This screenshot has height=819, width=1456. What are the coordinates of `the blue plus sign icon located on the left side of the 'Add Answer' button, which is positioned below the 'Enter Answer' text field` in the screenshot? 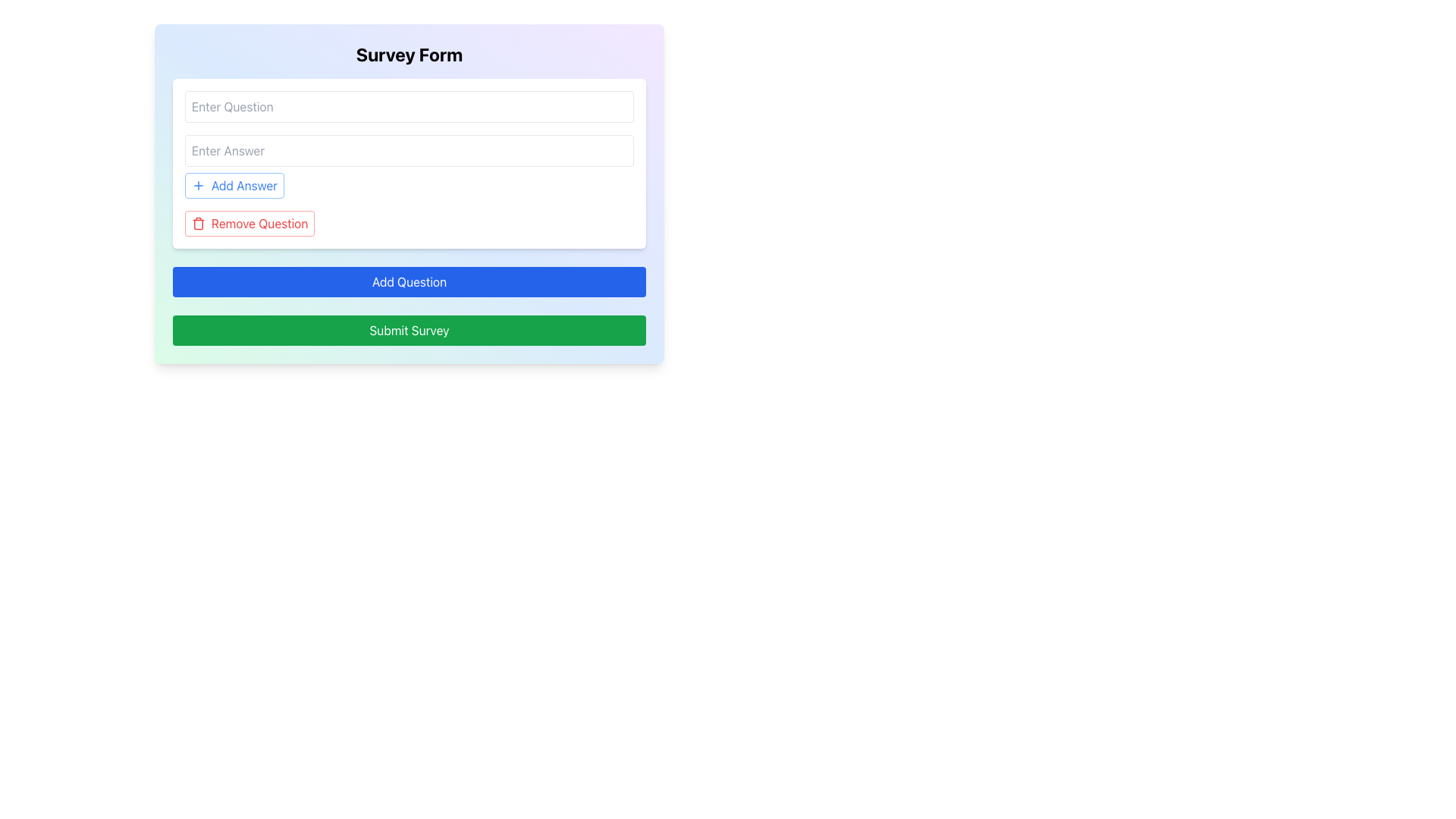 It's located at (198, 185).